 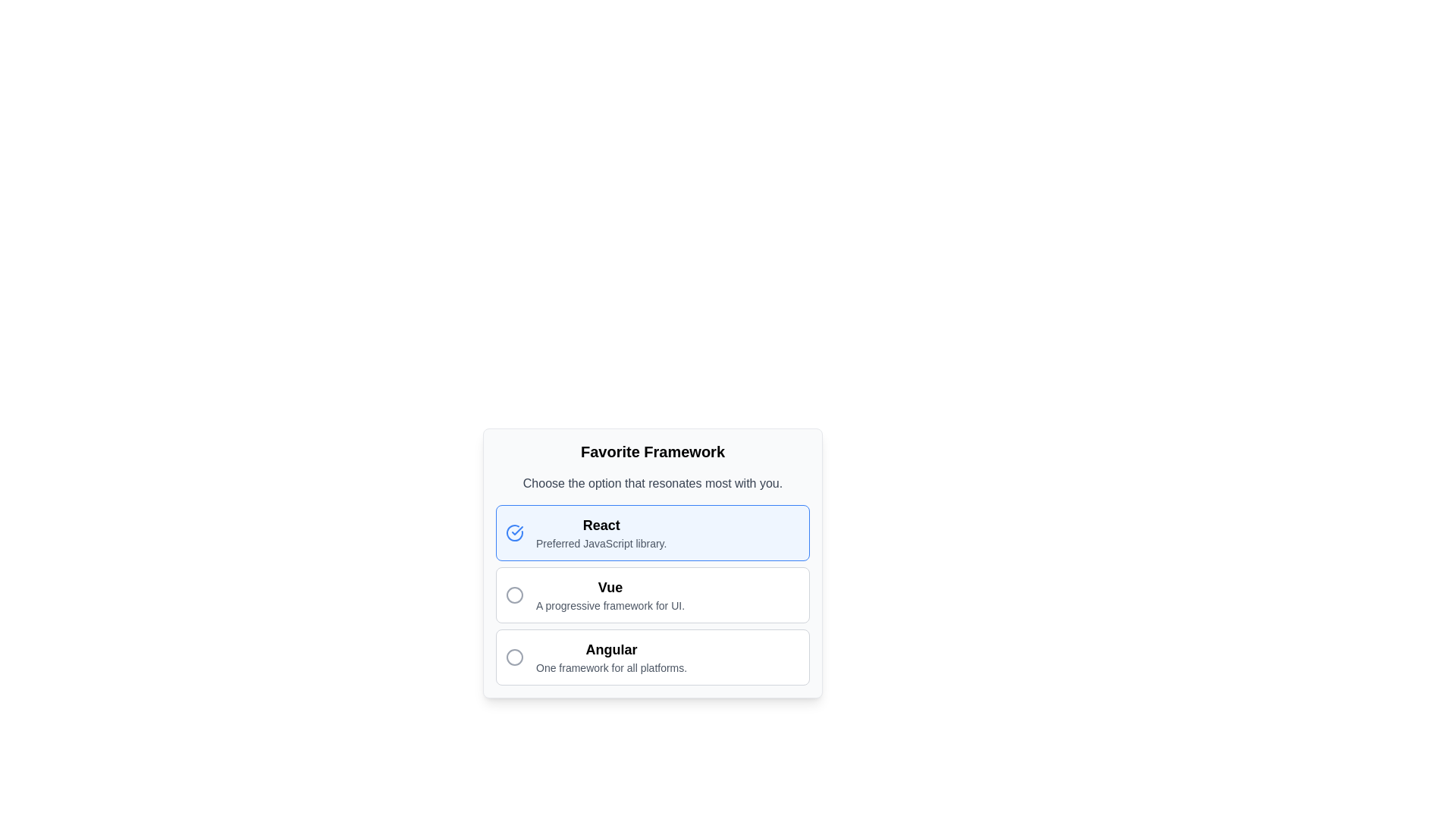 I want to click on the radio button representing the selection state for the 'Angular' option, so click(x=514, y=657).